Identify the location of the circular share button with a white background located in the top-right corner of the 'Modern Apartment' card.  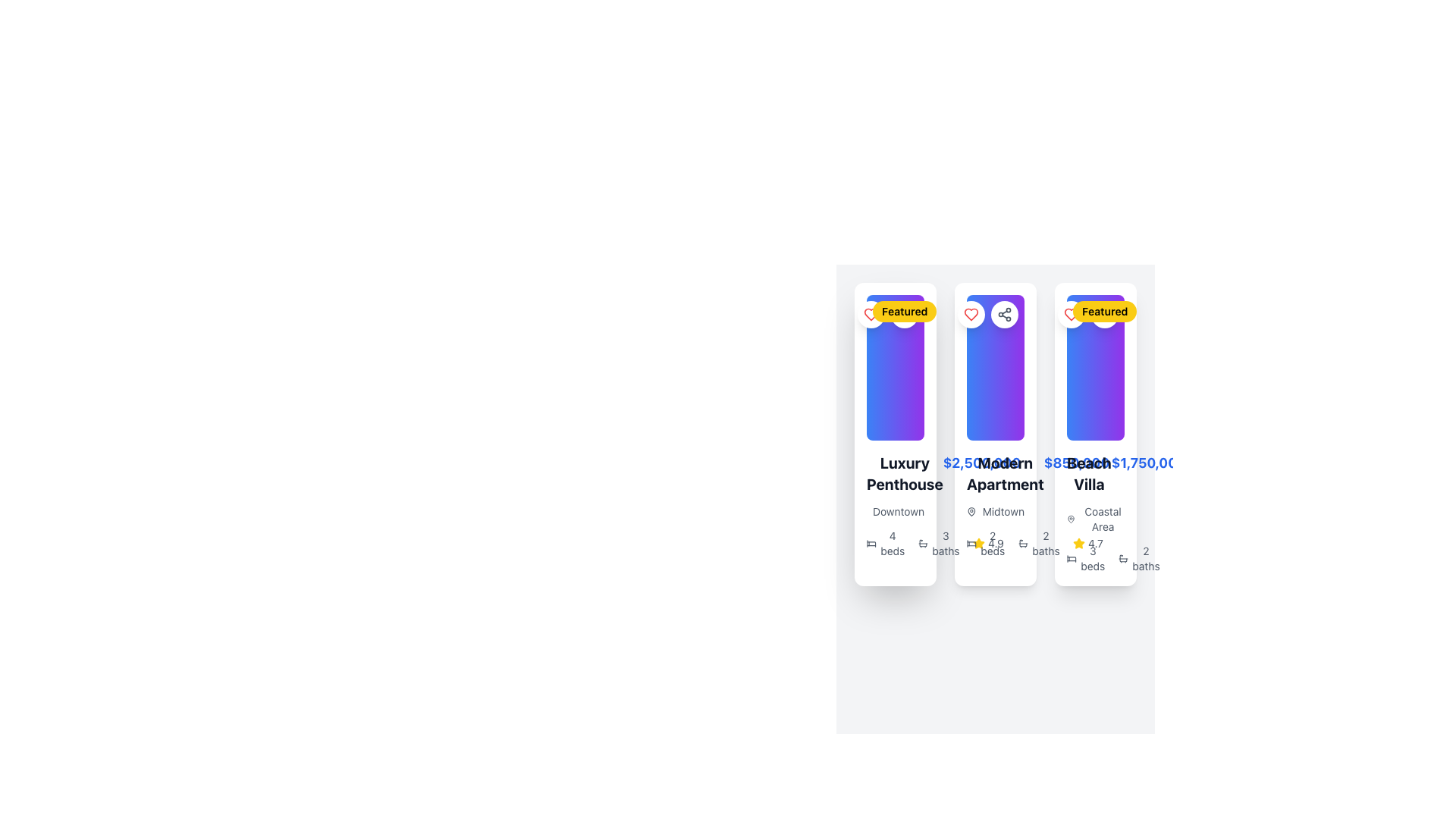
(1004, 314).